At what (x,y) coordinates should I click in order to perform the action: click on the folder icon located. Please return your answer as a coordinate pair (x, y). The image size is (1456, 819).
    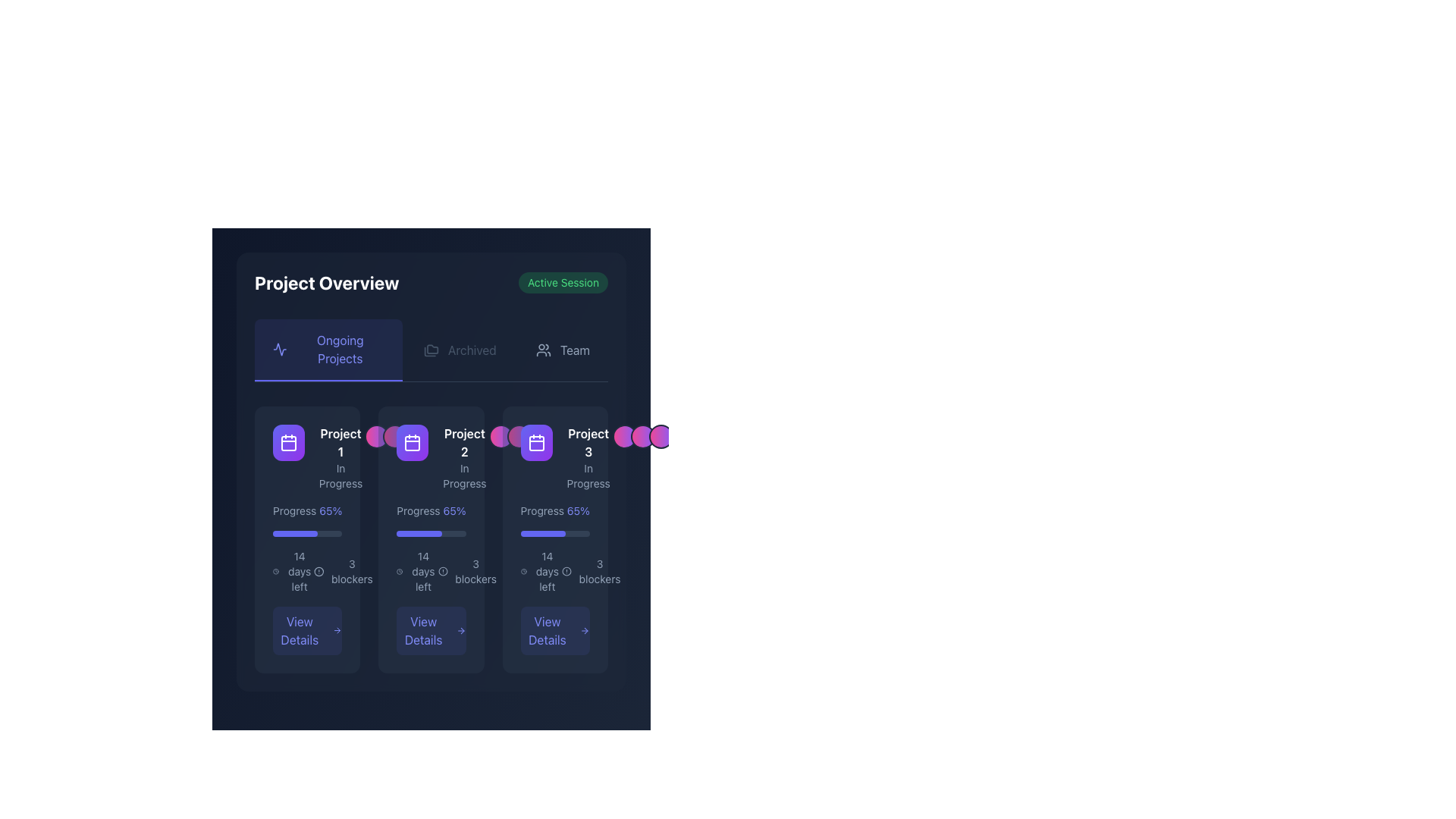
    Looking at the image, I should click on (431, 349).